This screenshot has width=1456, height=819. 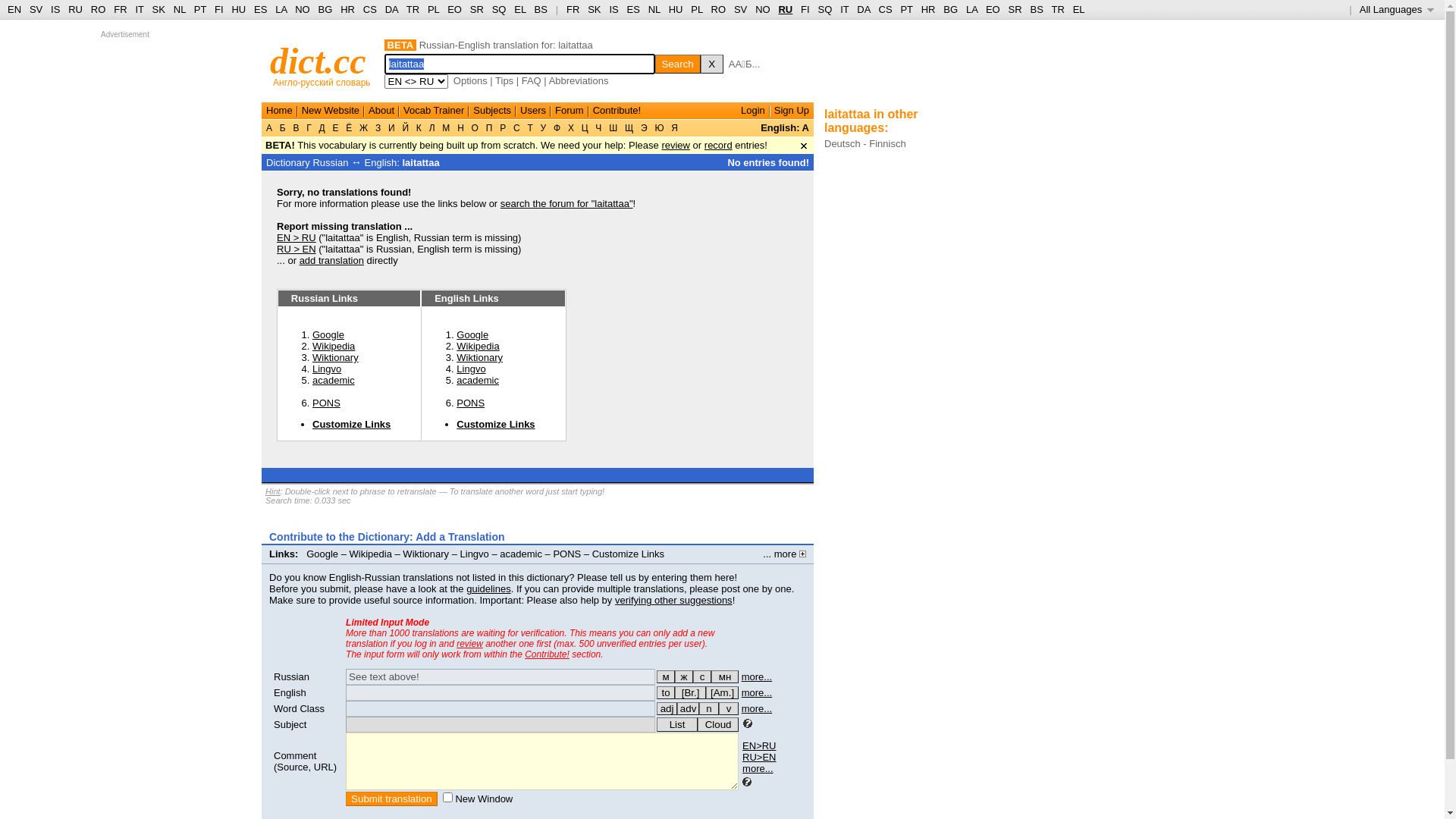 I want to click on 'CS', so click(x=370, y=9).